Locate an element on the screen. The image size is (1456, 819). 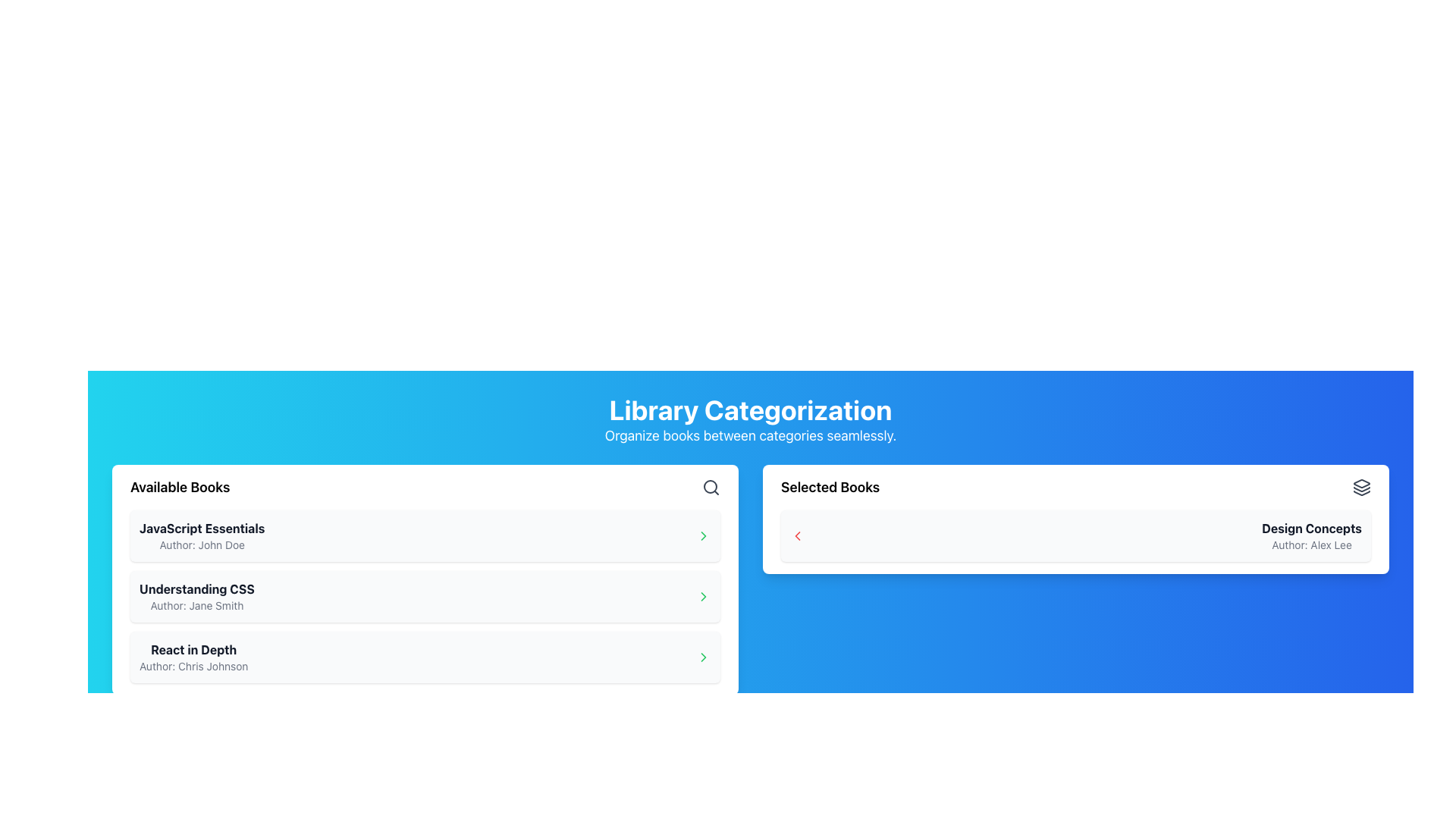
the text label that provides author details of the book 'Understanding CSS', located in the second row of the 'Available Books' section is located at coordinates (196, 604).